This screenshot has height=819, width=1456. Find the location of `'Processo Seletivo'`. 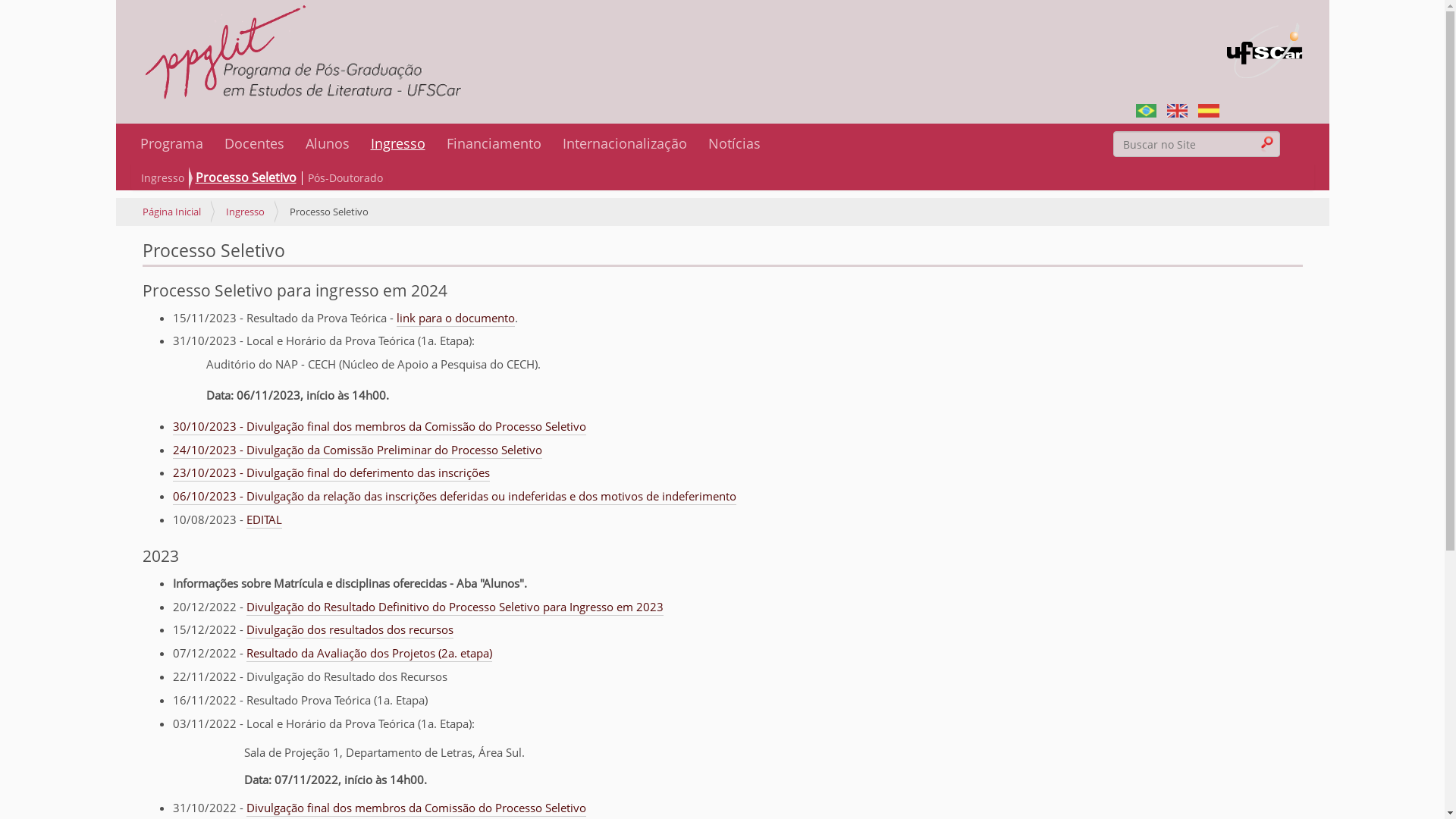

'Processo Seletivo' is located at coordinates (192, 177).